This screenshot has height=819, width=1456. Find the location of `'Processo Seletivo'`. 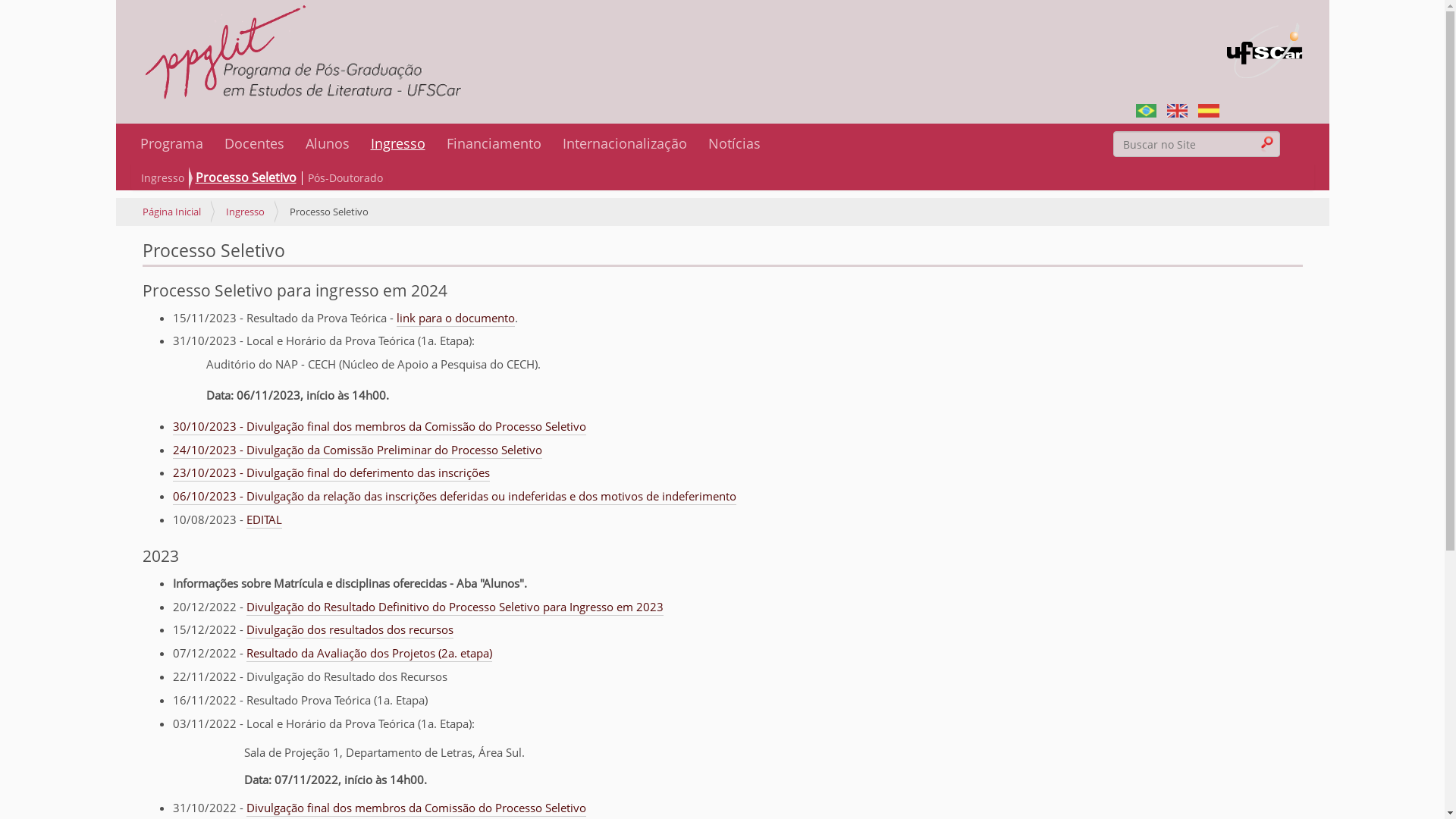

'Processo Seletivo' is located at coordinates (192, 177).